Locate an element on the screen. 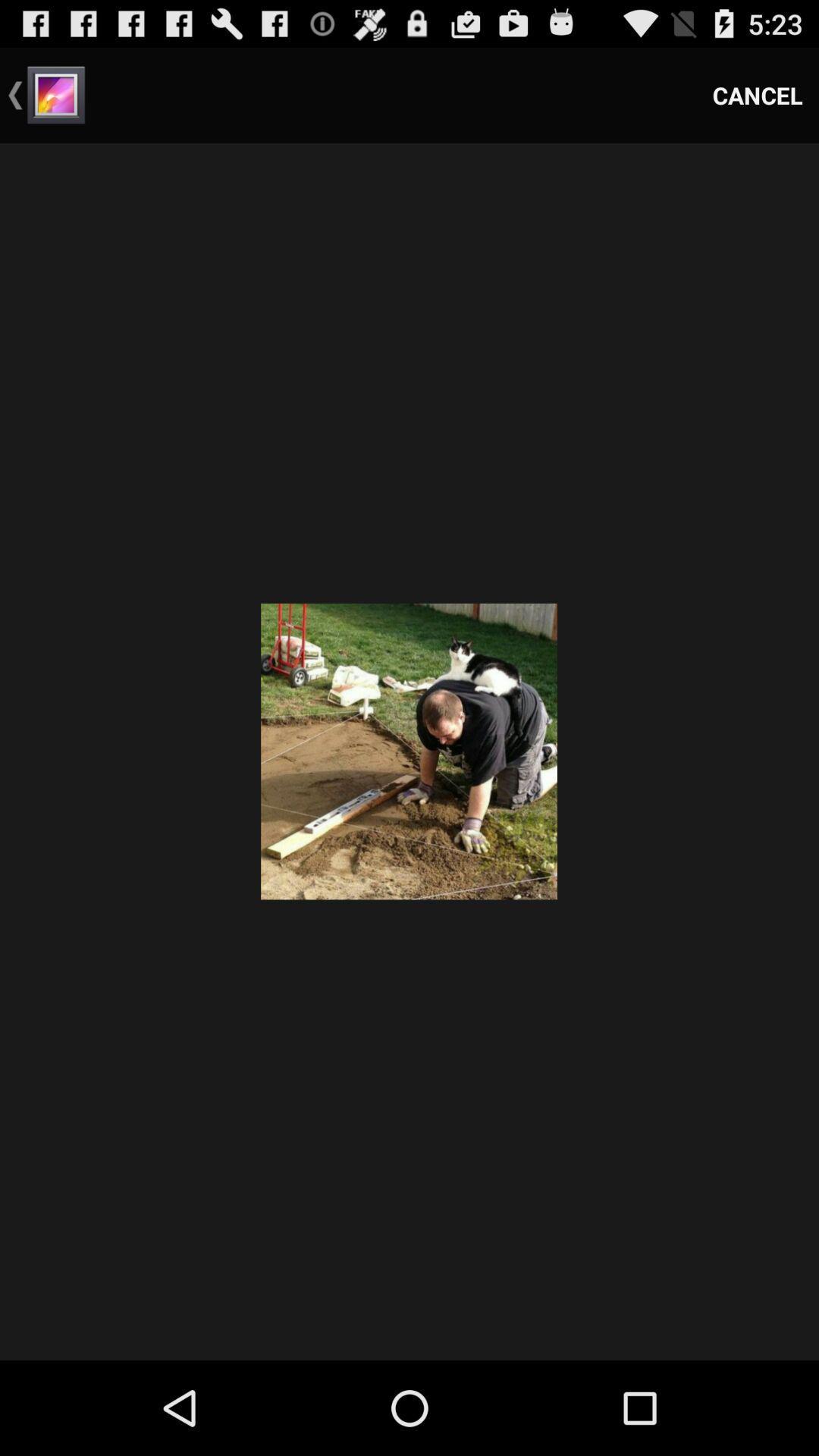  the cancel at the top right corner is located at coordinates (758, 94).